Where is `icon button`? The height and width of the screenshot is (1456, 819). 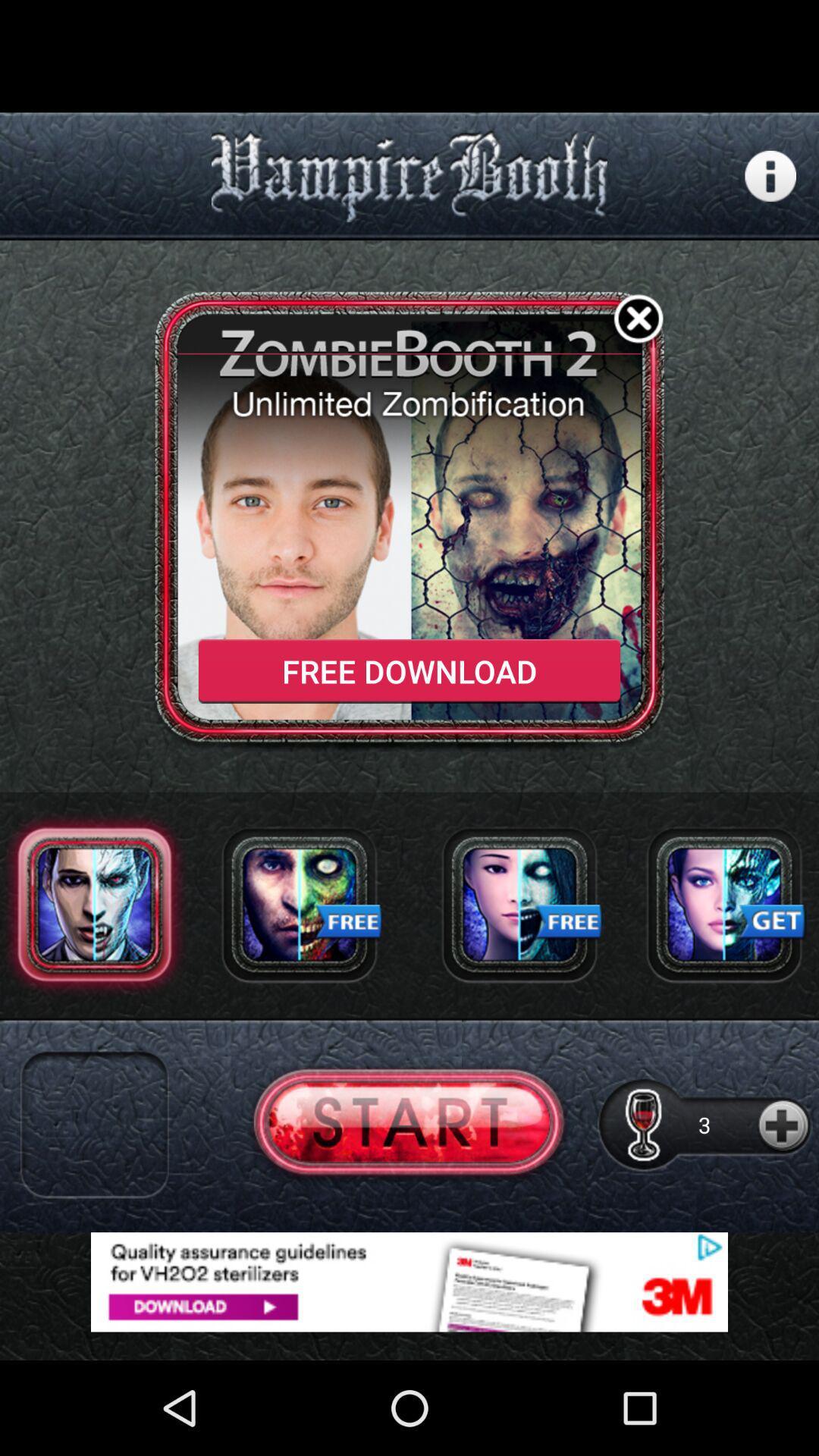 icon button is located at coordinates (770, 176).